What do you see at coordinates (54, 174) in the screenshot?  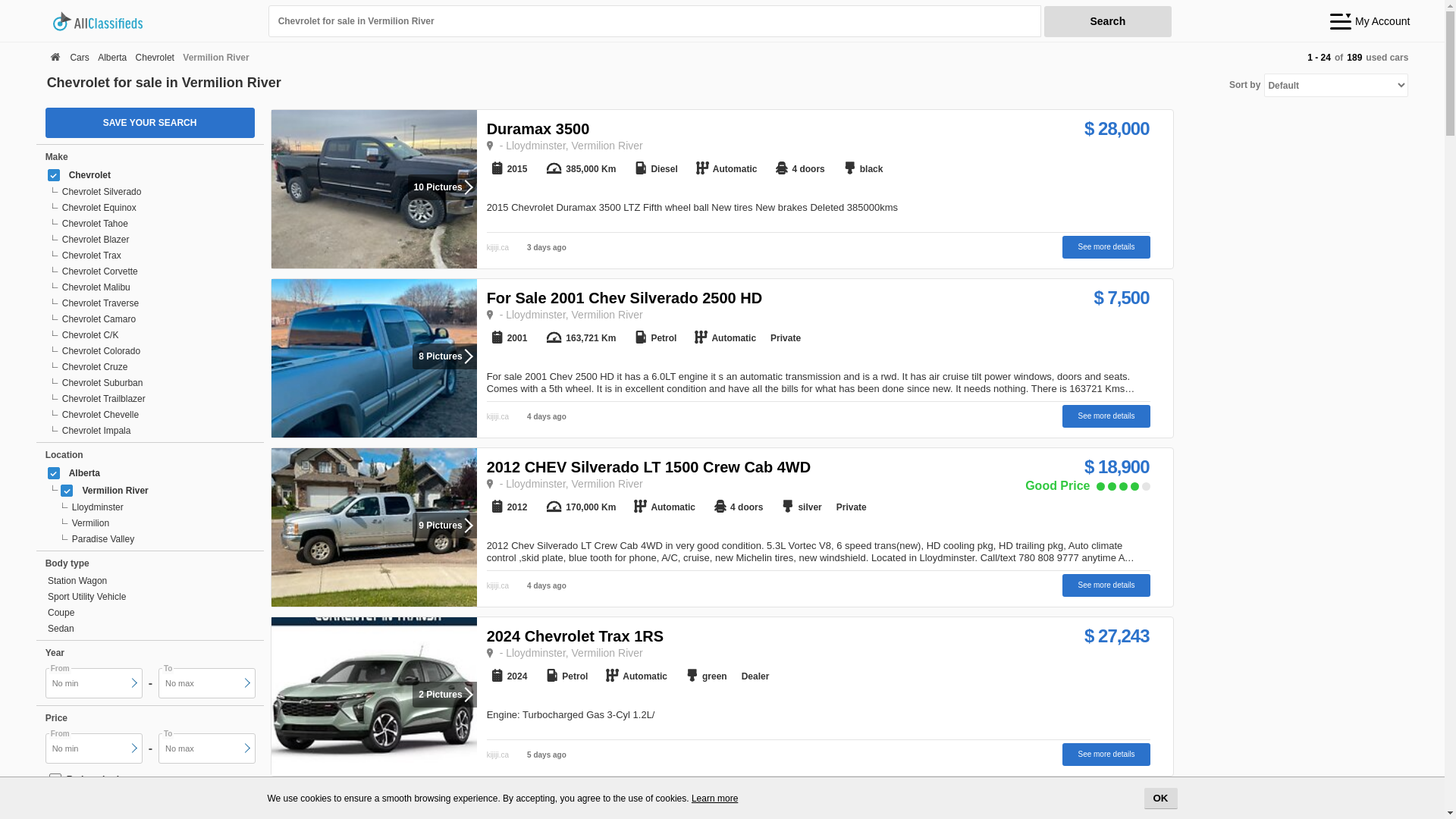 I see `'on'` at bounding box center [54, 174].